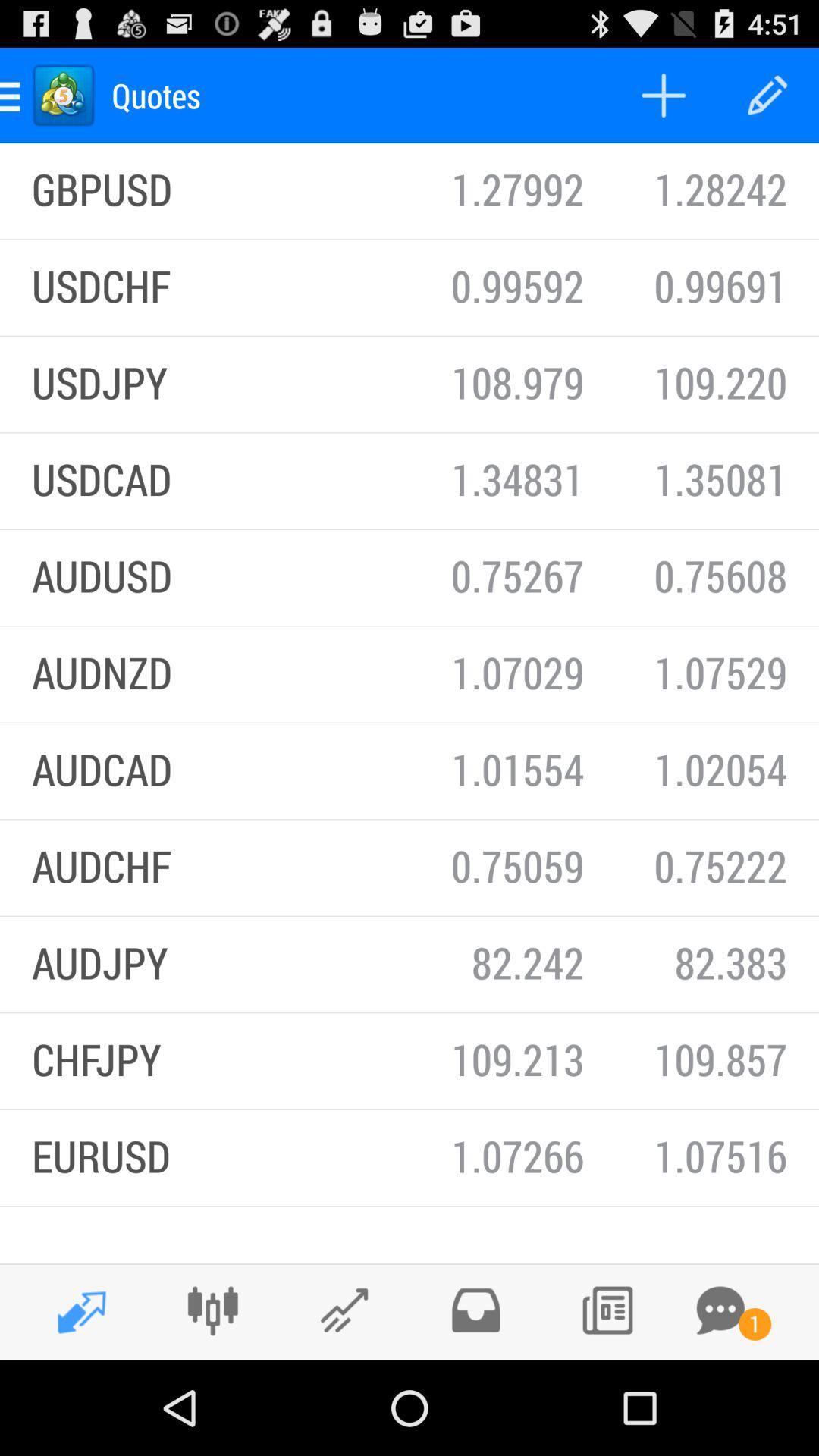 The height and width of the screenshot is (1456, 819). I want to click on the chat icon, so click(720, 1401).